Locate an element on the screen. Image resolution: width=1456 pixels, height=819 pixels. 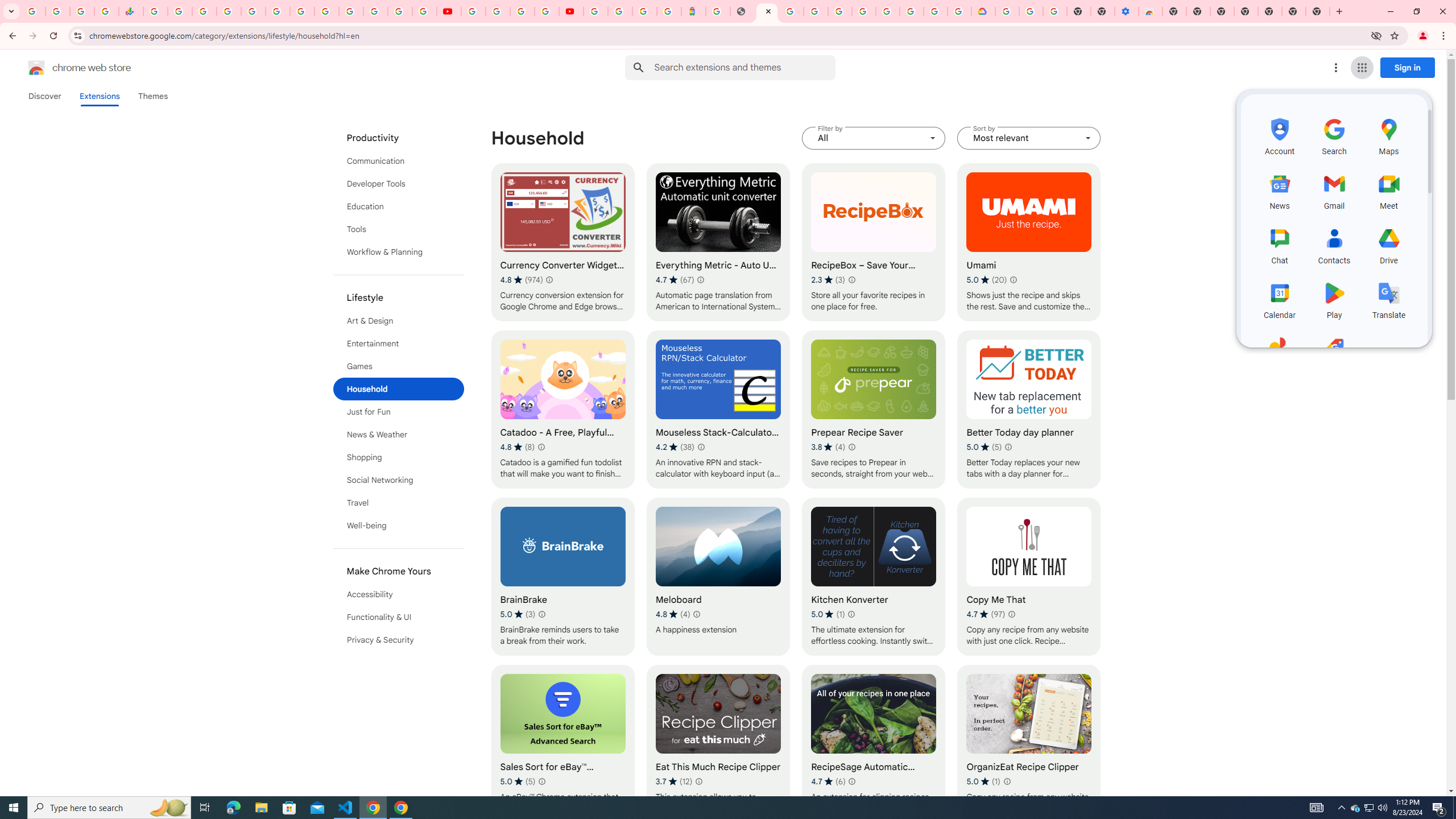
'Discover' is located at coordinates (44, 96).